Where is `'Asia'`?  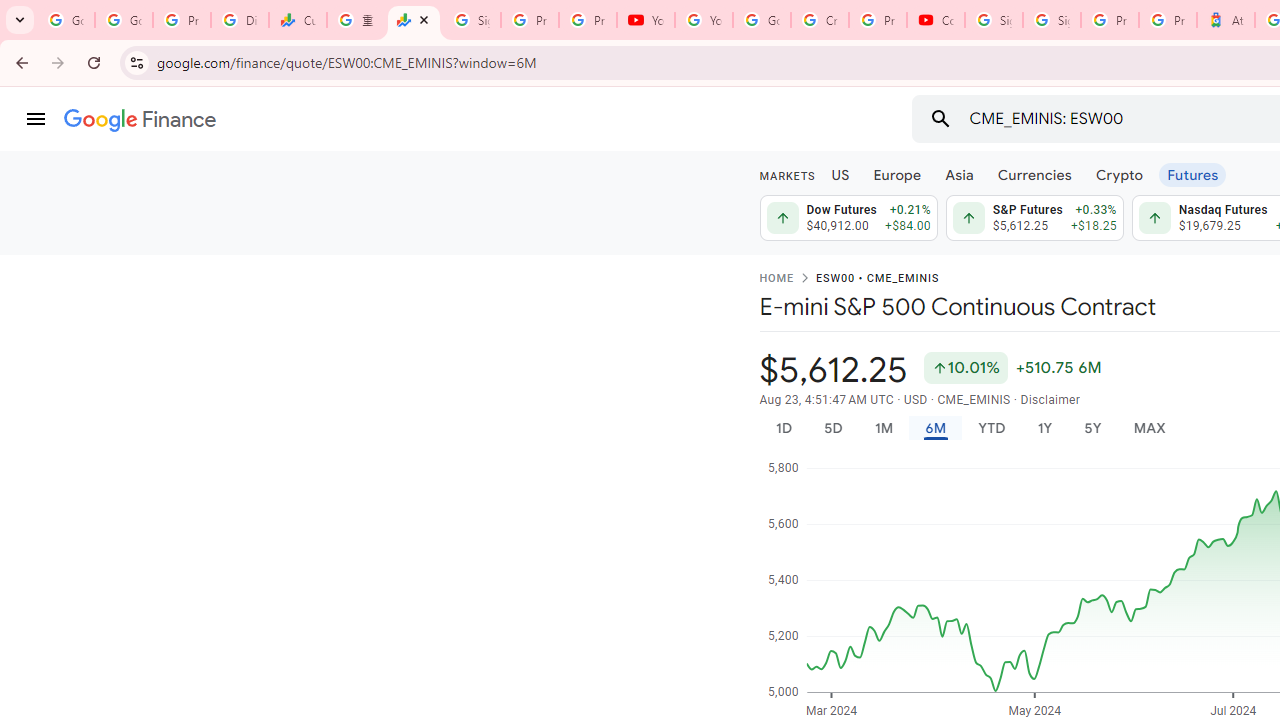 'Asia' is located at coordinates (958, 173).